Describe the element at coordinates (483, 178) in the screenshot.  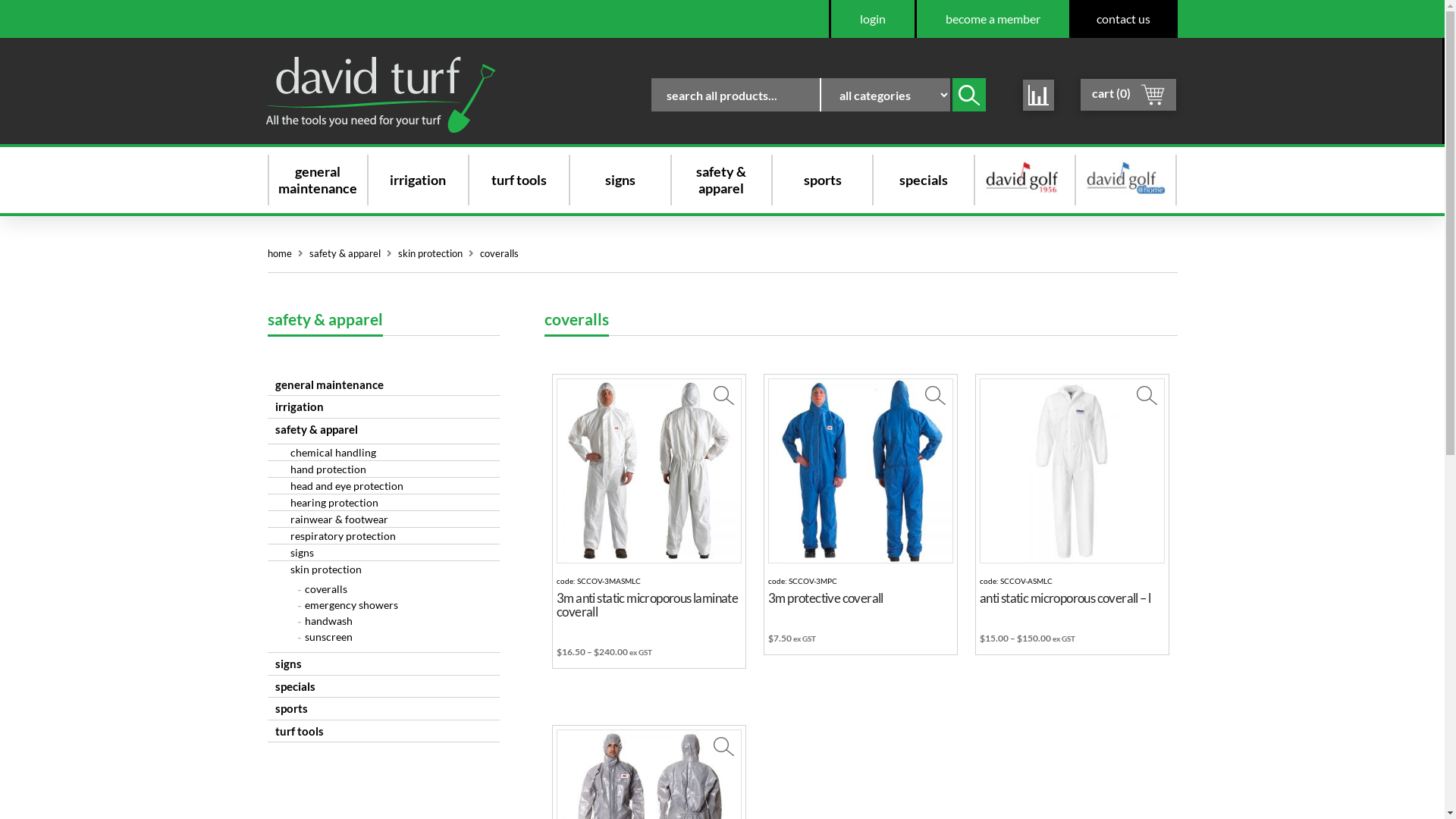
I see `'turf tools'` at that location.